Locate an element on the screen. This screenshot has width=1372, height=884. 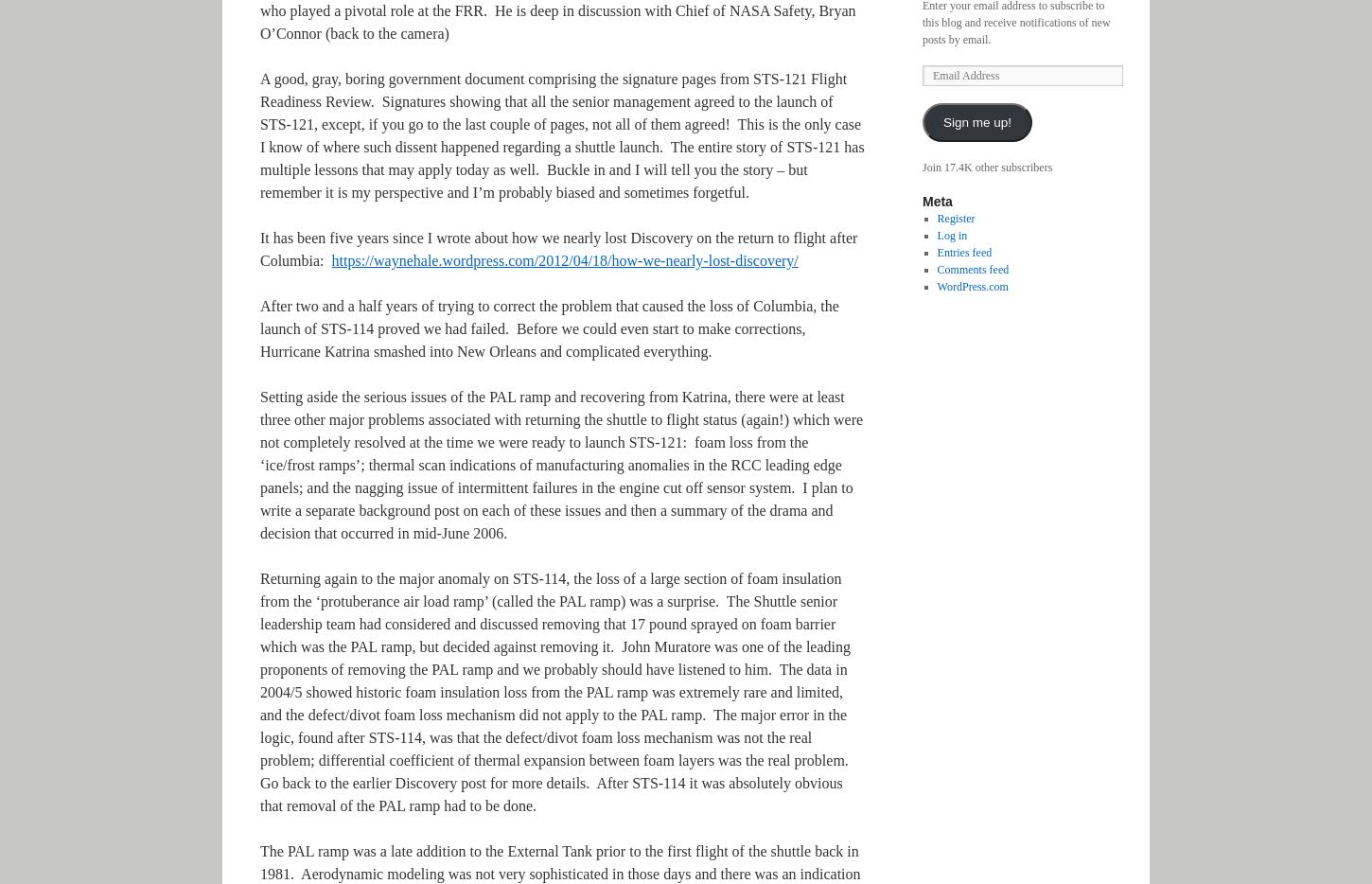
'Log in' is located at coordinates (952, 236).